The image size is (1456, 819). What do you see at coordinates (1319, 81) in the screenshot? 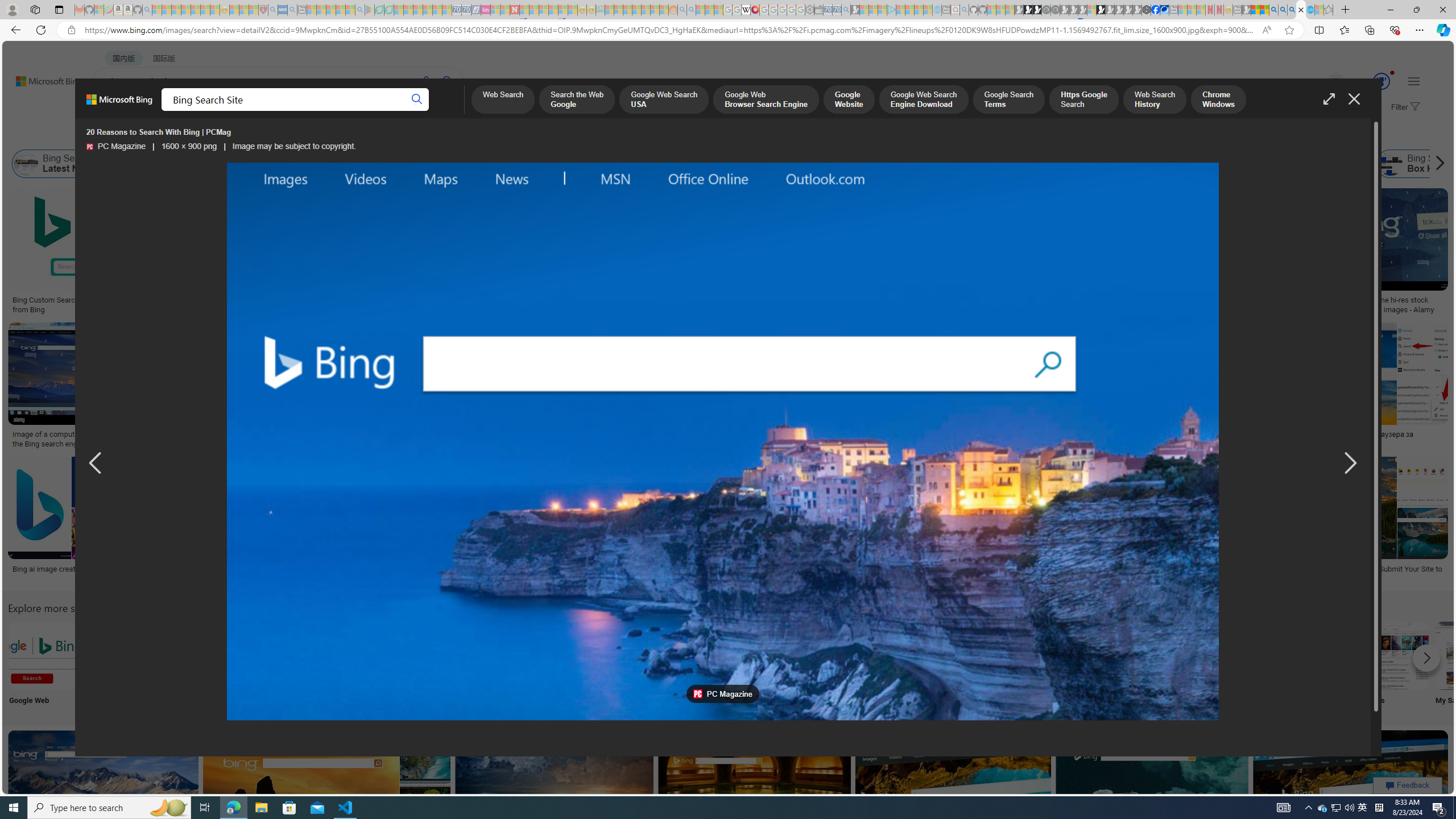
I see `'Eugene'` at bounding box center [1319, 81].